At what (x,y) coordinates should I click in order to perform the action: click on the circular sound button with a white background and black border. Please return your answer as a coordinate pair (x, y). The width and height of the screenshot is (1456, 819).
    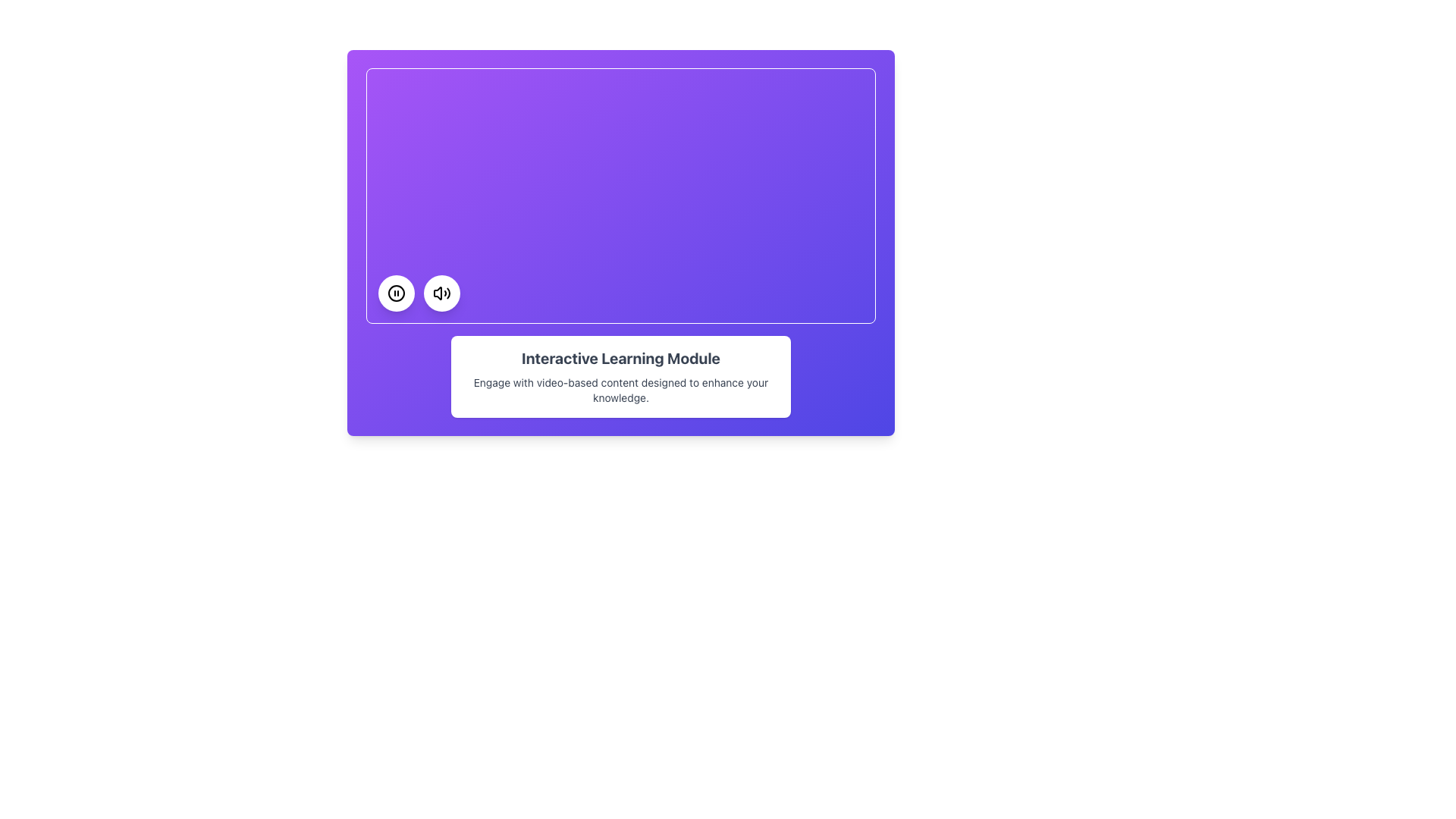
    Looking at the image, I should click on (441, 293).